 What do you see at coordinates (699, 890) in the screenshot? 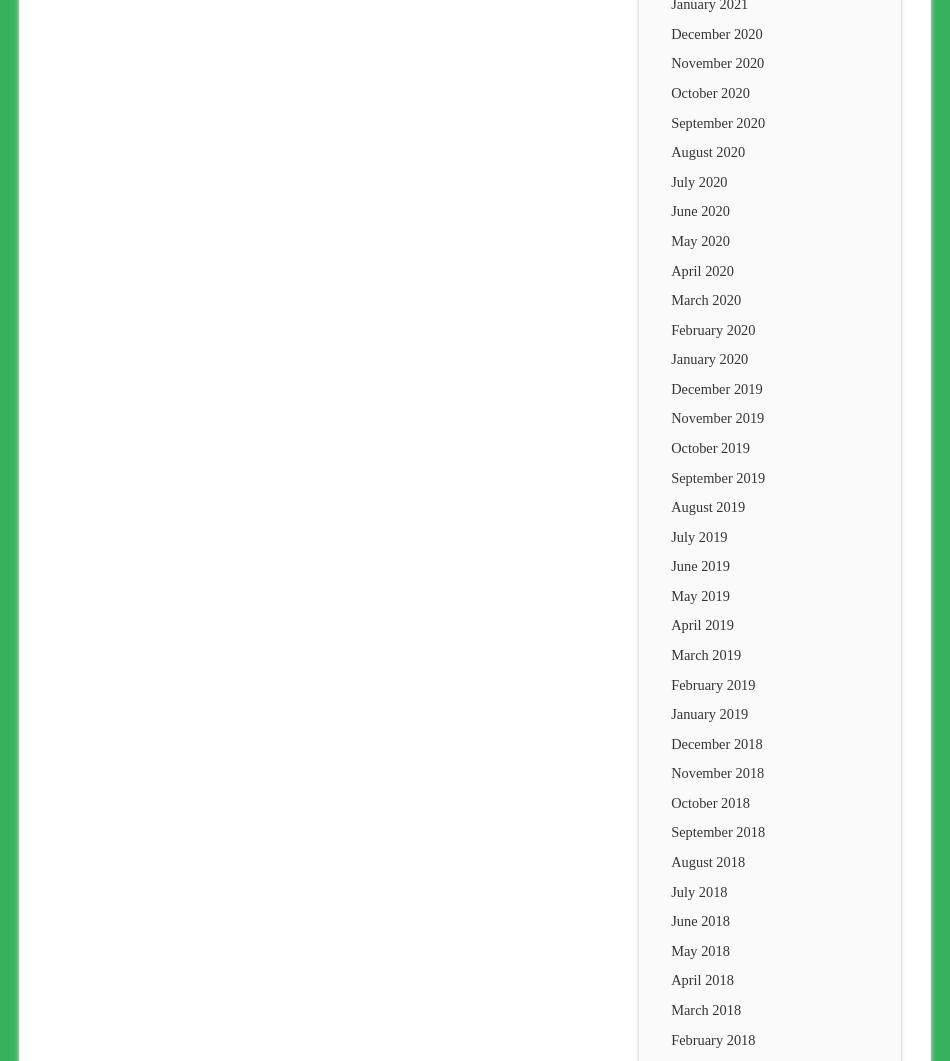
I see `'July 2018'` at bounding box center [699, 890].